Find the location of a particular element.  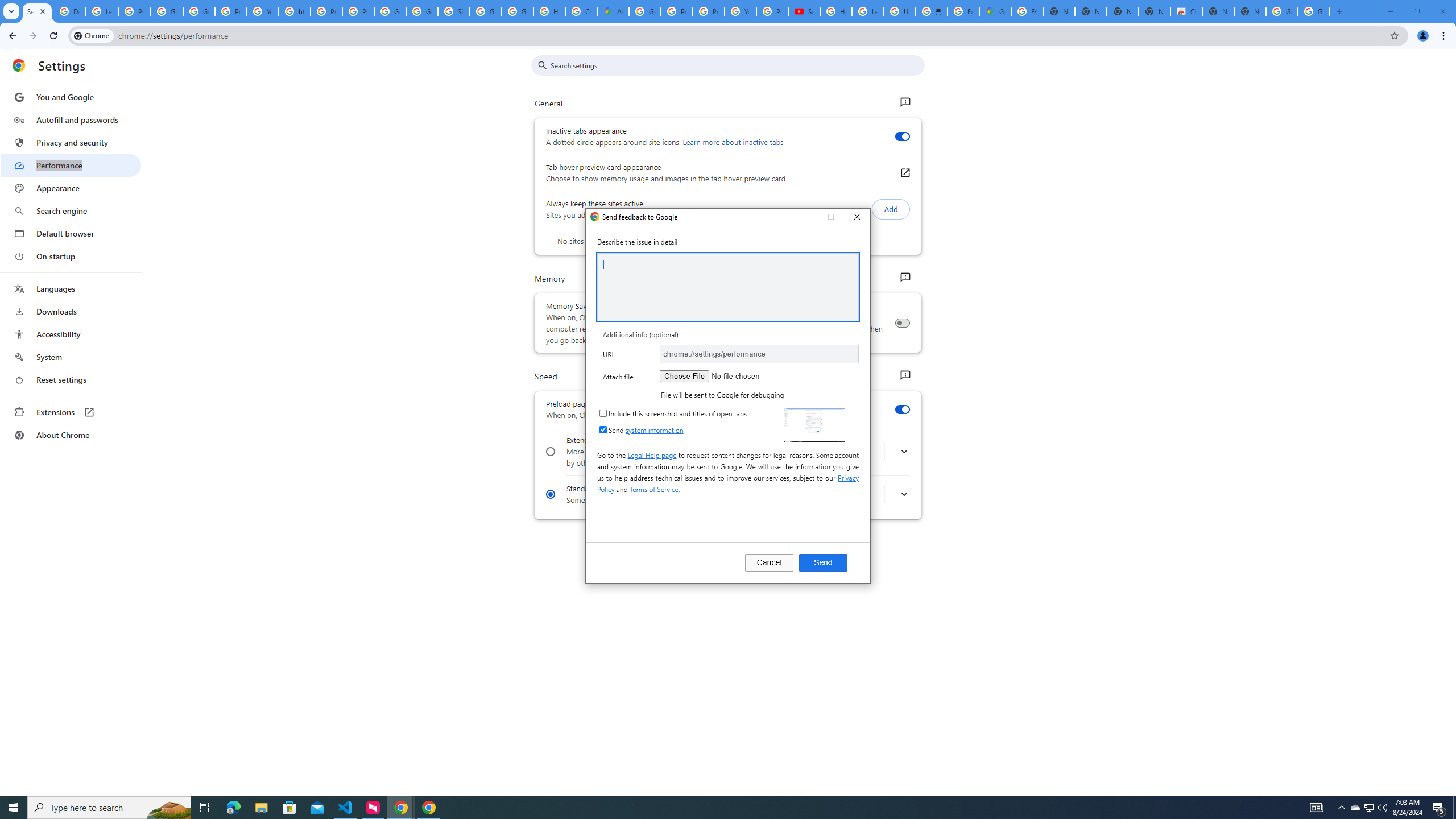

'Legal Help page' is located at coordinates (651, 454).